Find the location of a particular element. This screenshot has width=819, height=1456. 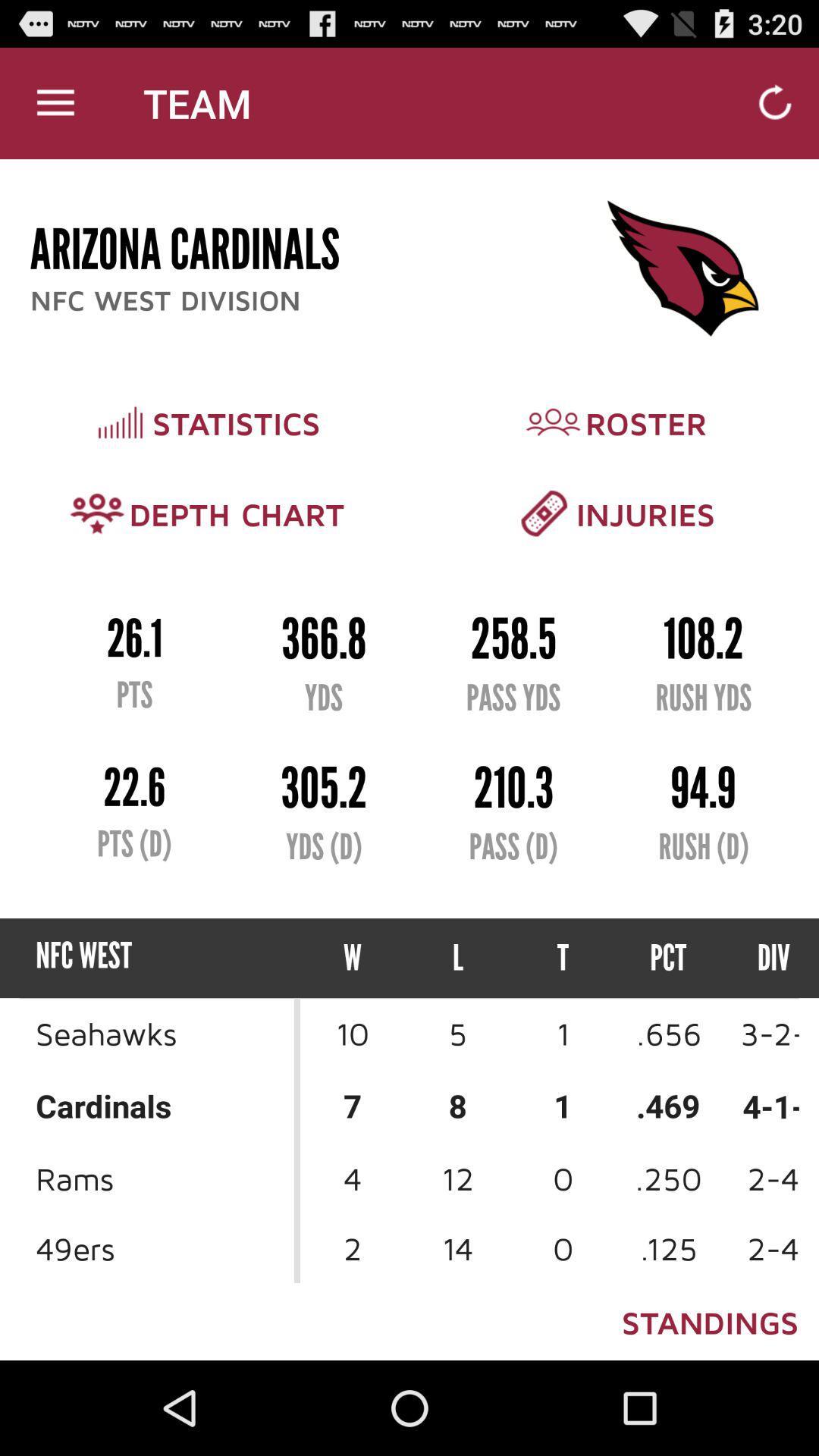

item above arizona cardinals is located at coordinates (55, 102).